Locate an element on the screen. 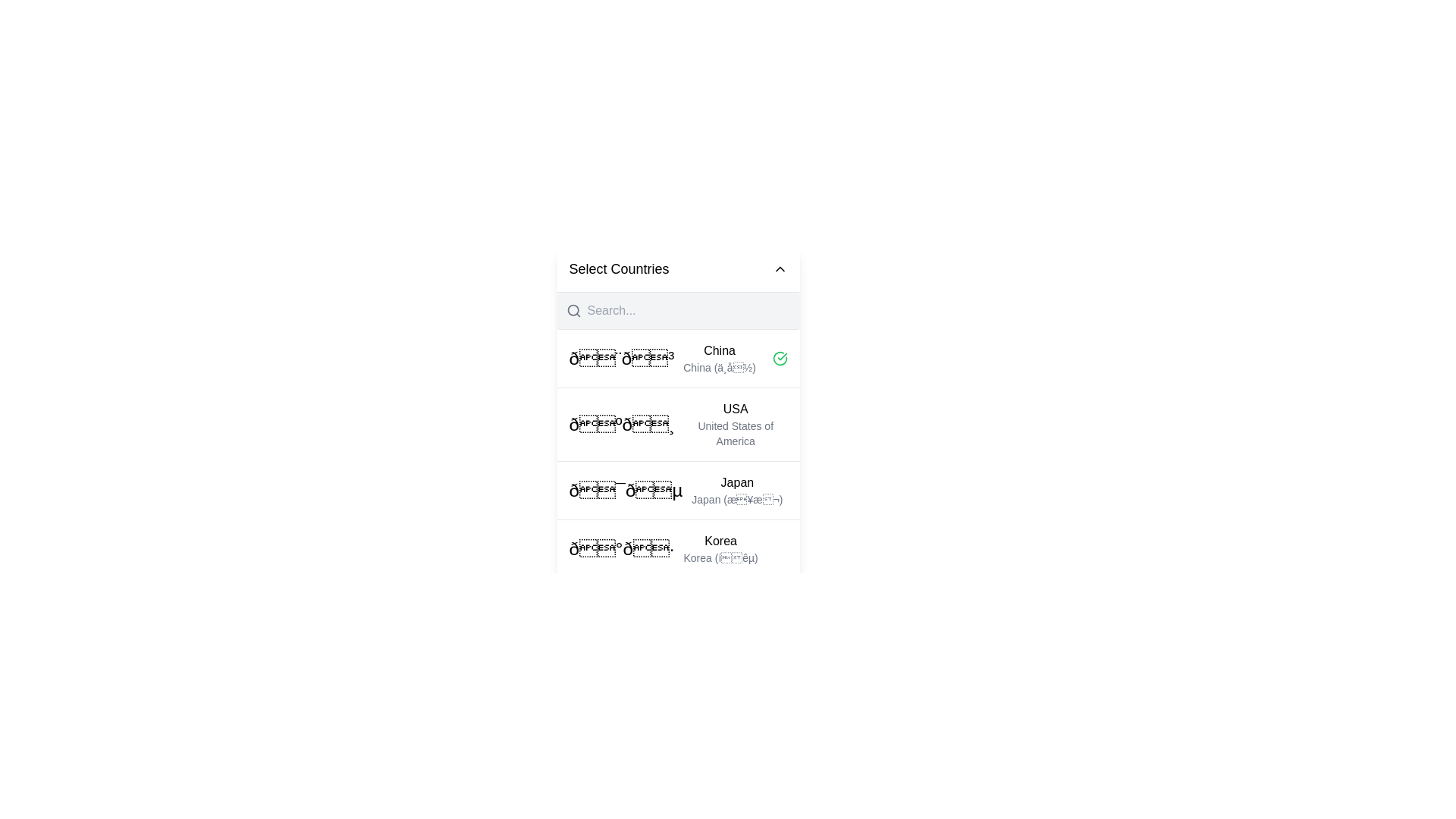 The height and width of the screenshot is (819, 1456). the last selectable list item displaying the flag emoji and 'Korea' is located at coordinates (677, 548).